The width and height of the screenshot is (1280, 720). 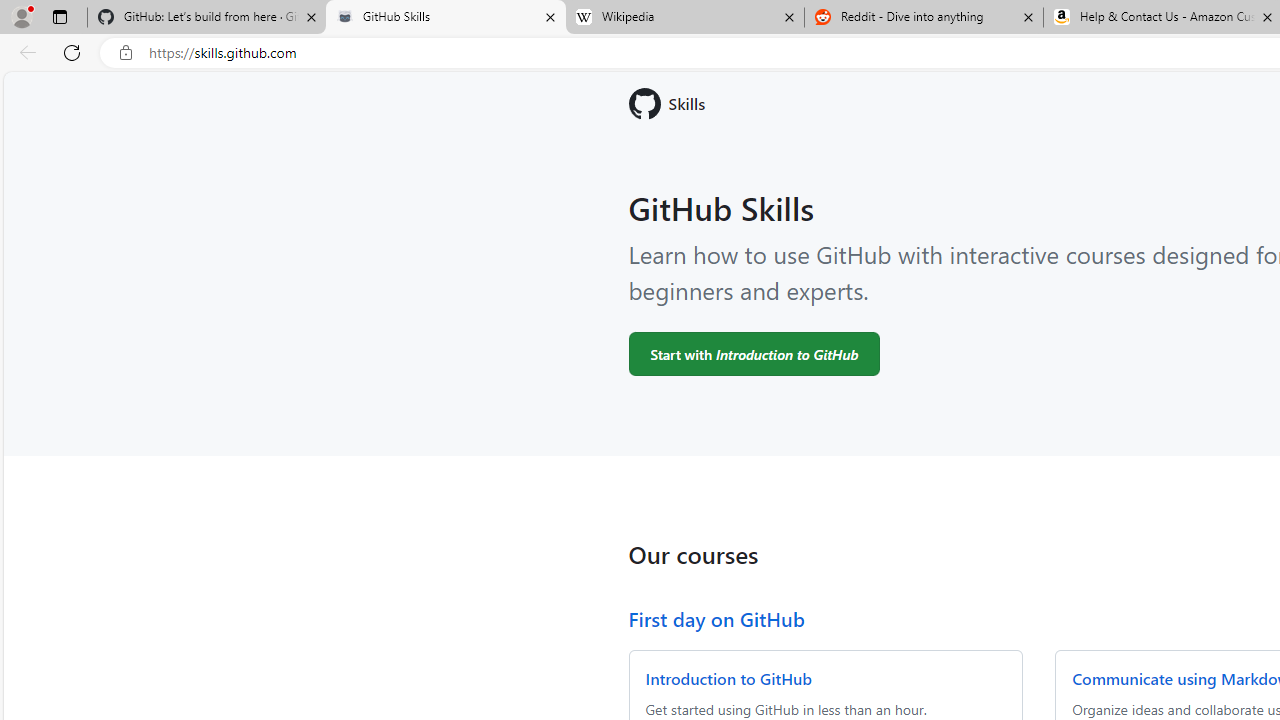 What do you see at coordinates (684, 17) in the screenshot?
I see `'Wikipedia'` at bounding box center [684, 17].